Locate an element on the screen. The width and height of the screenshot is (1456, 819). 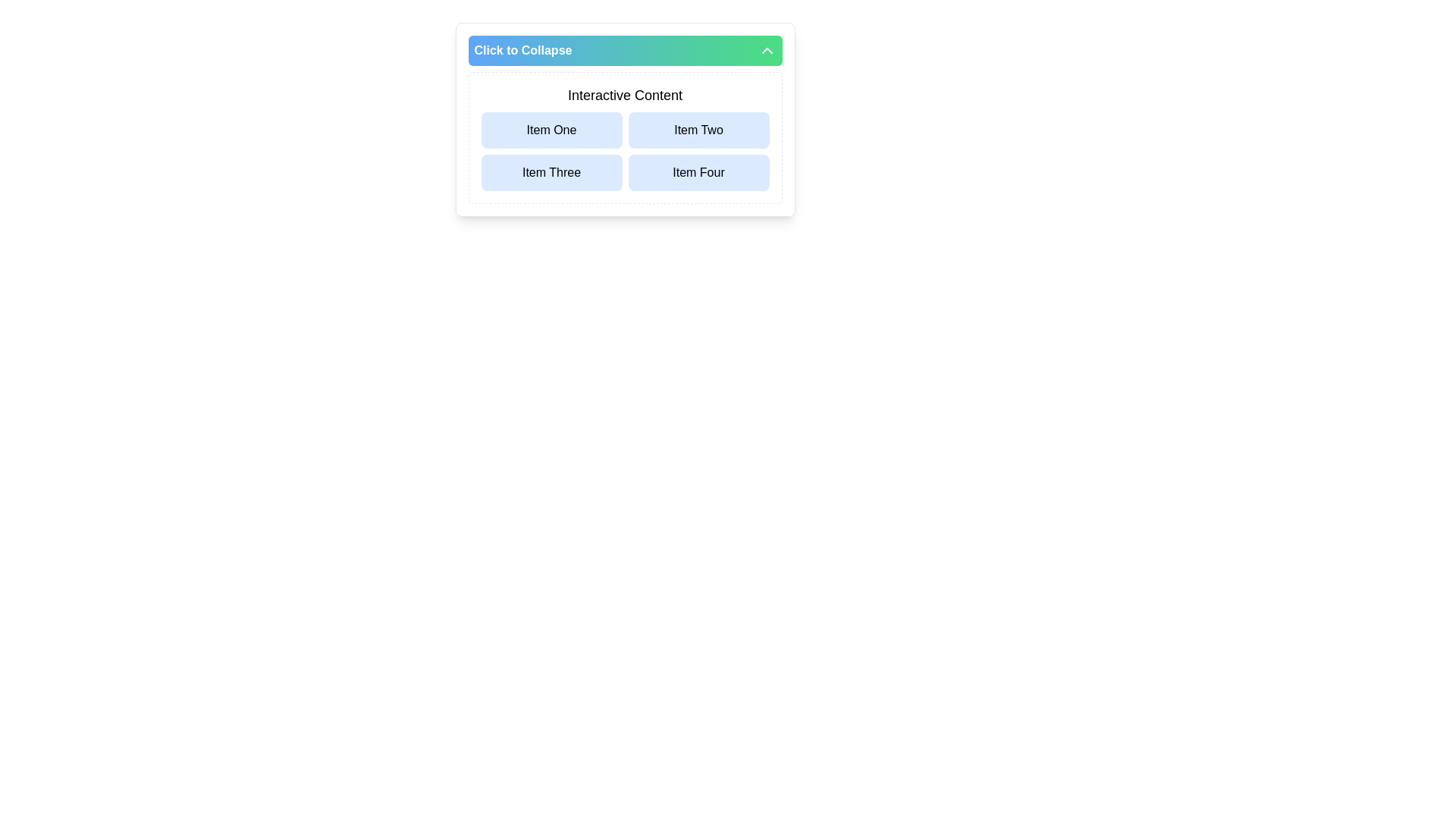
the static button labeled 'Item Three', which has a light blue background and contains the text 'Item Three' in black, centered within the button is located at coordinates (551, 171).